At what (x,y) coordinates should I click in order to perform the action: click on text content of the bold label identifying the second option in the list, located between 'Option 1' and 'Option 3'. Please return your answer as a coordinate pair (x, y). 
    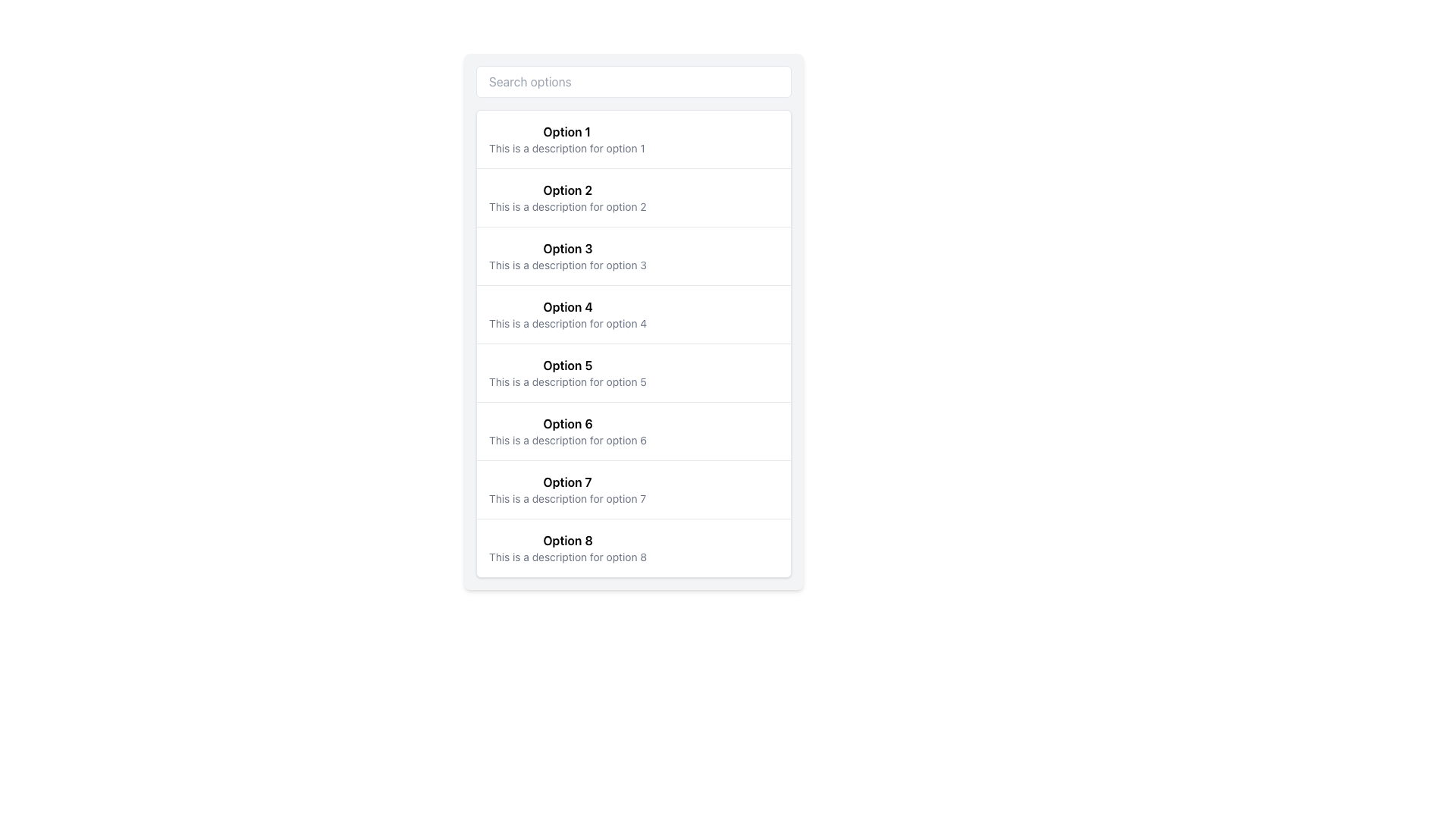
    Looking at the image, I should click on (566, 189).